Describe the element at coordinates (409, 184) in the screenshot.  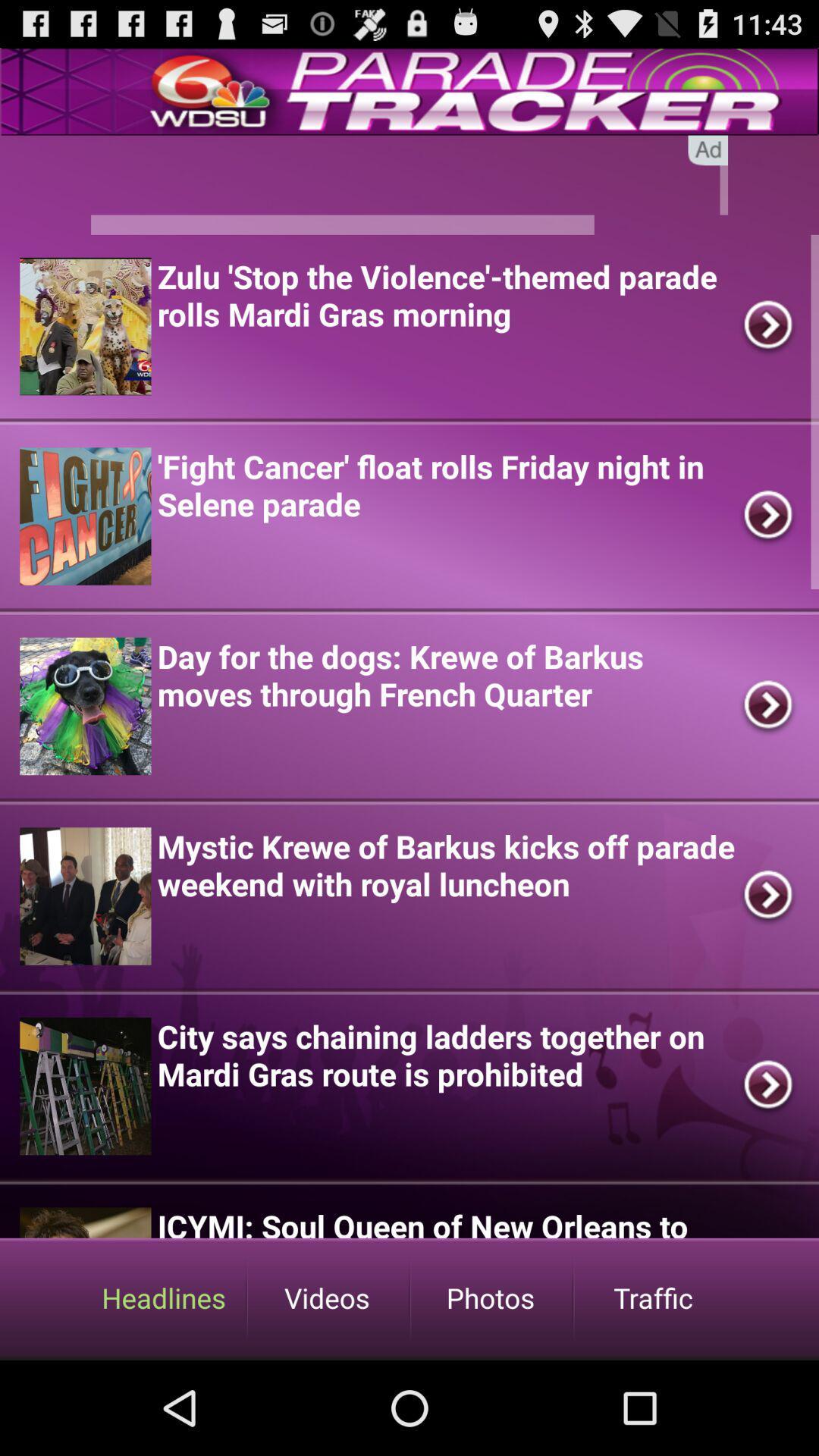
I see `advertisement portion` at that location.